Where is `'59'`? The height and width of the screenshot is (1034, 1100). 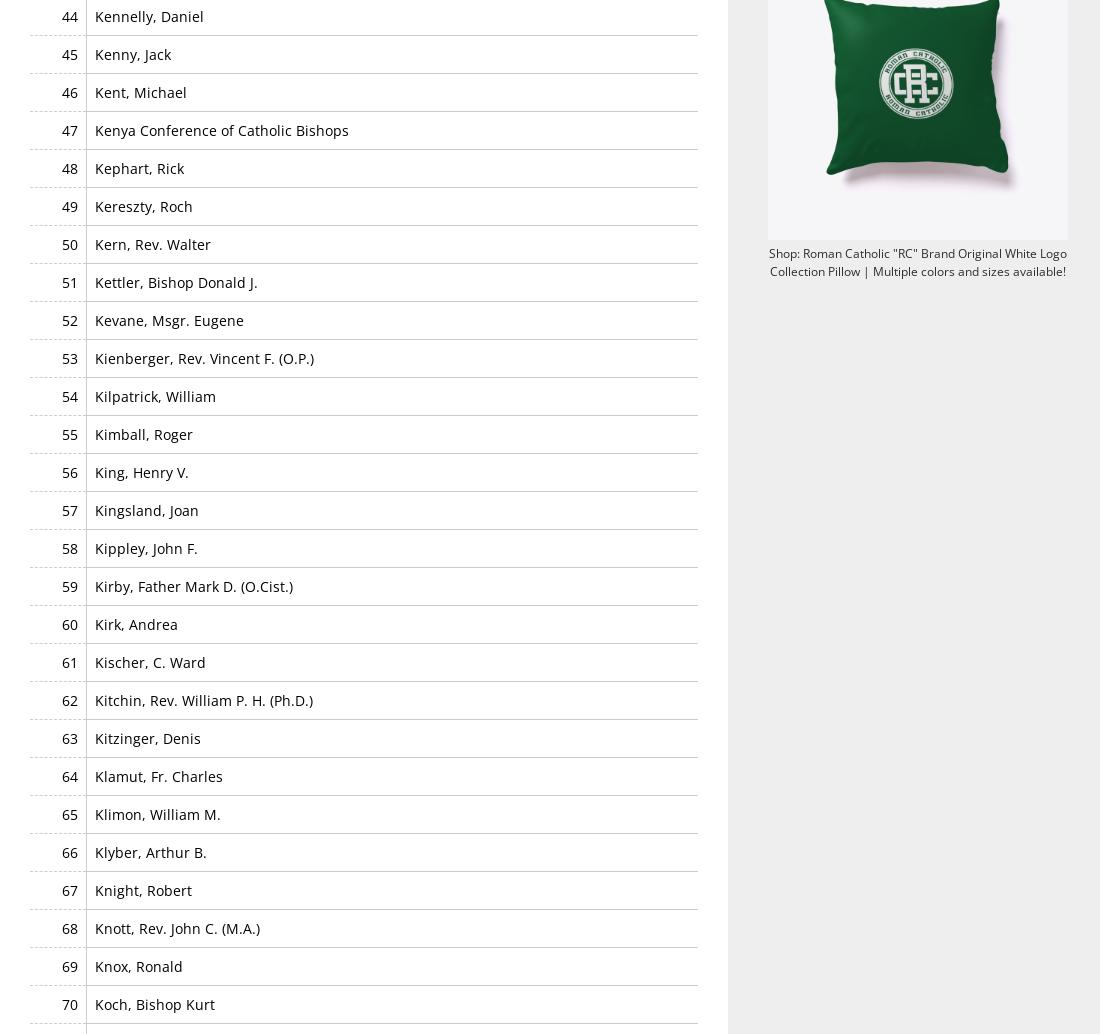 '59' is located at coordinates (68, 585).